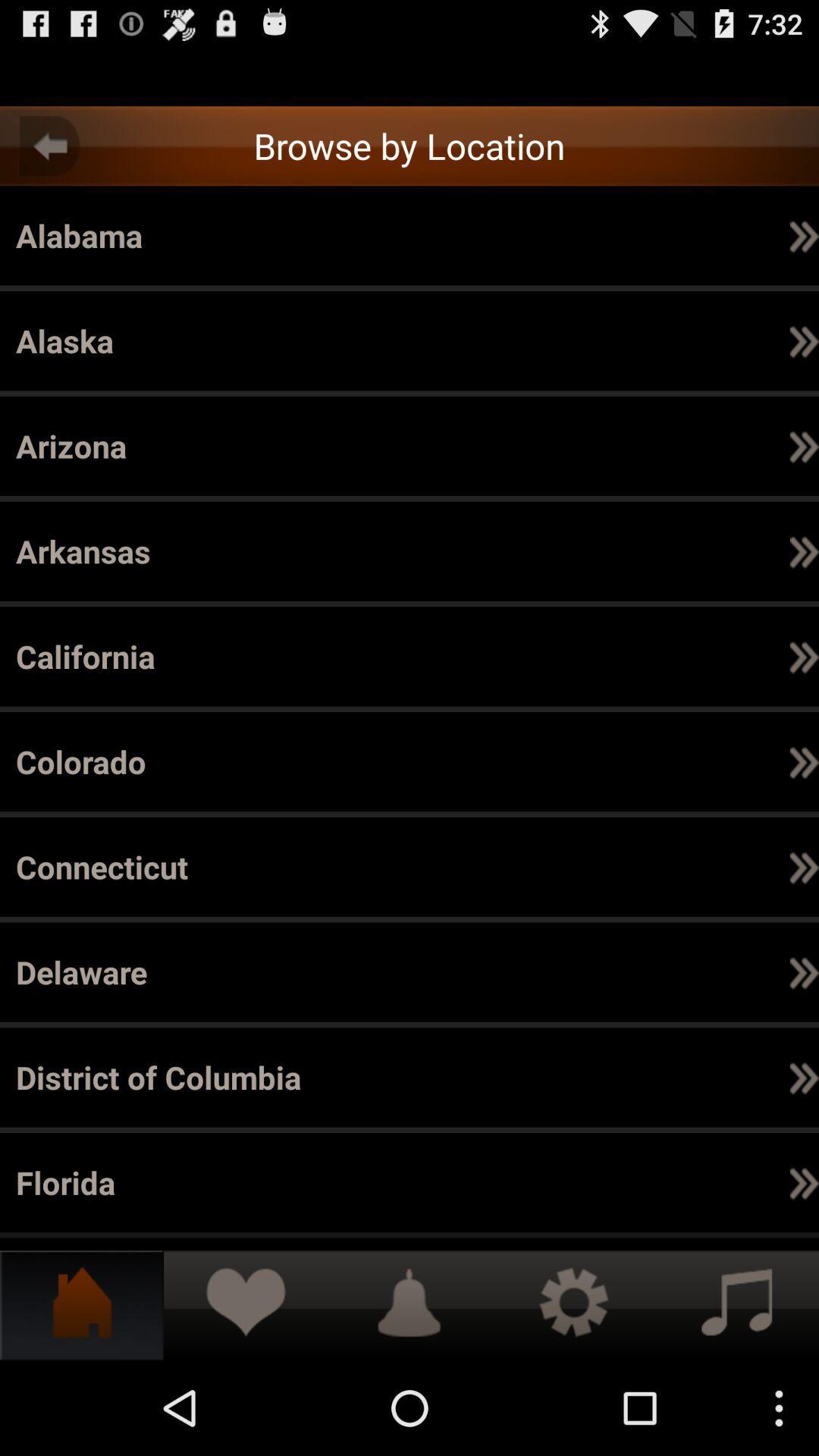  What do you see at coordinates (657, 551) in the screenshot?
I see `app below the   amador app` at bounding box center [657, 551].